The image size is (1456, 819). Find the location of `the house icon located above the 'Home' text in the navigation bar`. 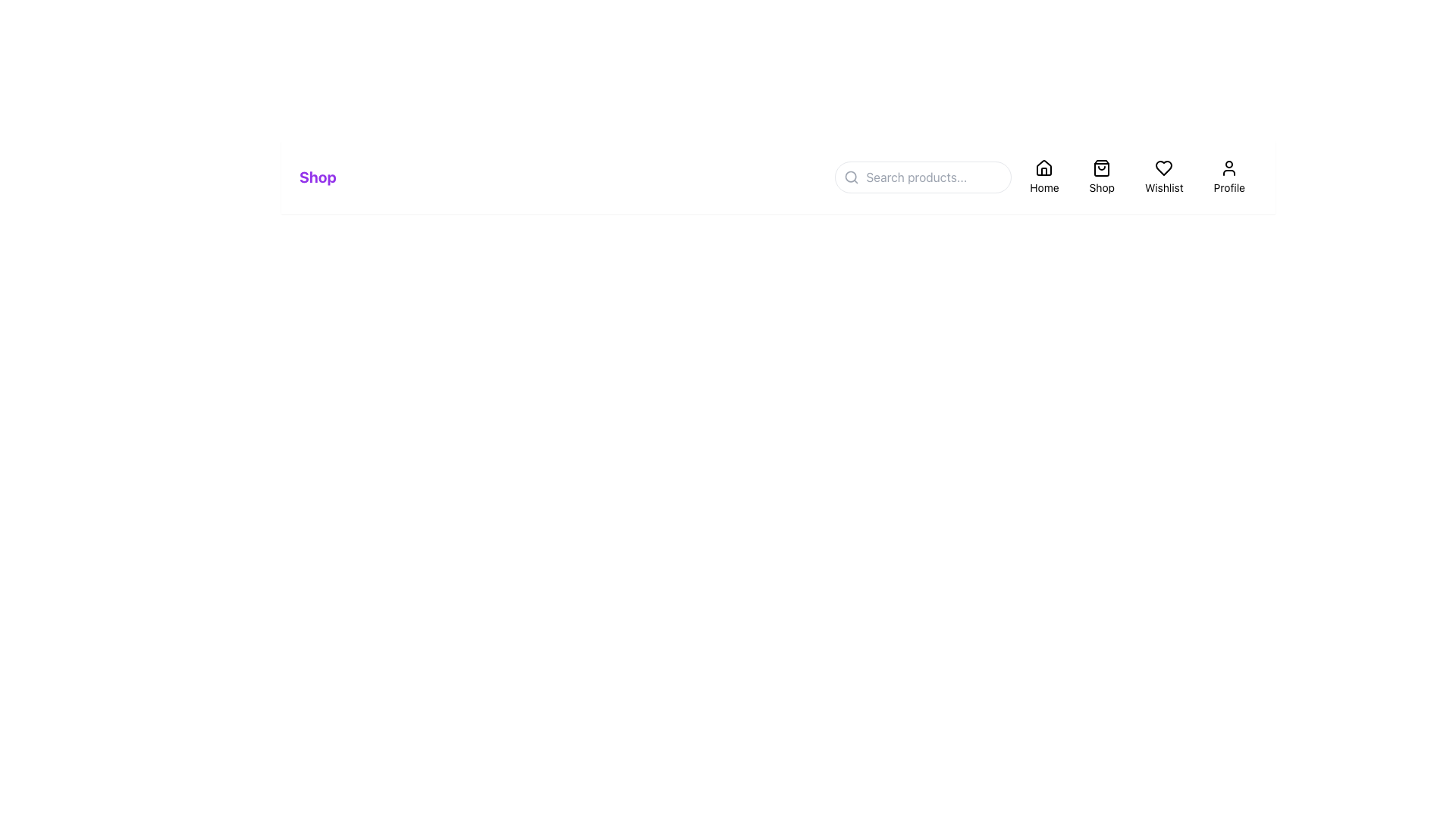

the house icon located above the 'Home' text in the navigation bar is located at coordinates (1043, 168).